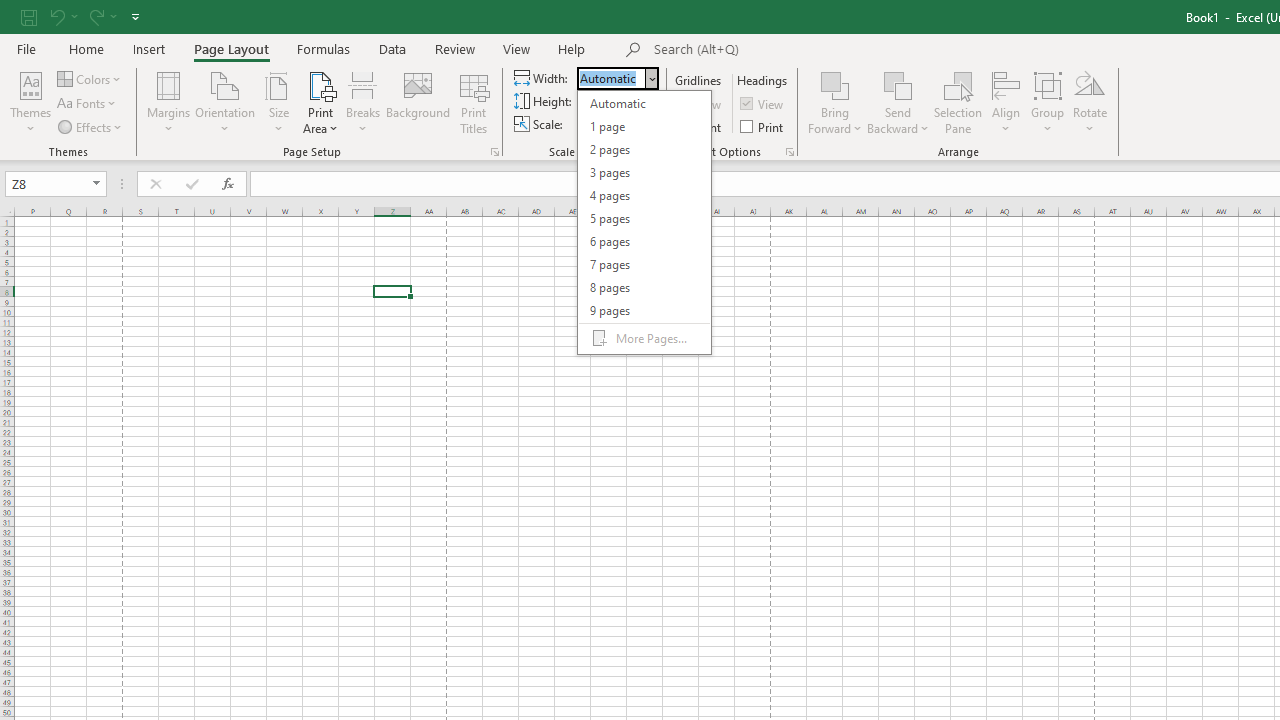 This screenshot has height=720, width=1280. I want to click on 'More Pages...', so click(644, 337).